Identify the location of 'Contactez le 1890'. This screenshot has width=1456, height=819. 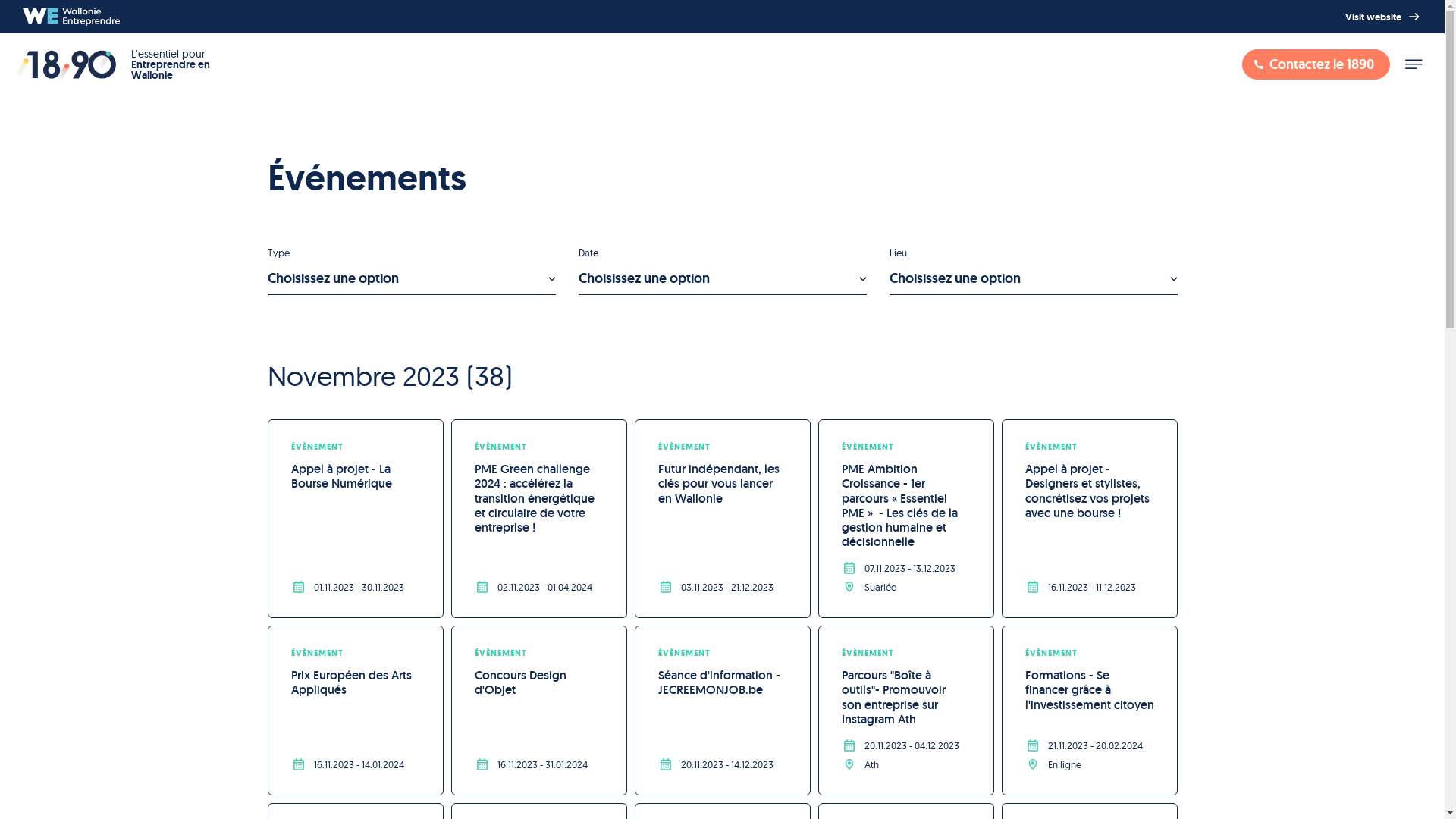
(1315, 63).